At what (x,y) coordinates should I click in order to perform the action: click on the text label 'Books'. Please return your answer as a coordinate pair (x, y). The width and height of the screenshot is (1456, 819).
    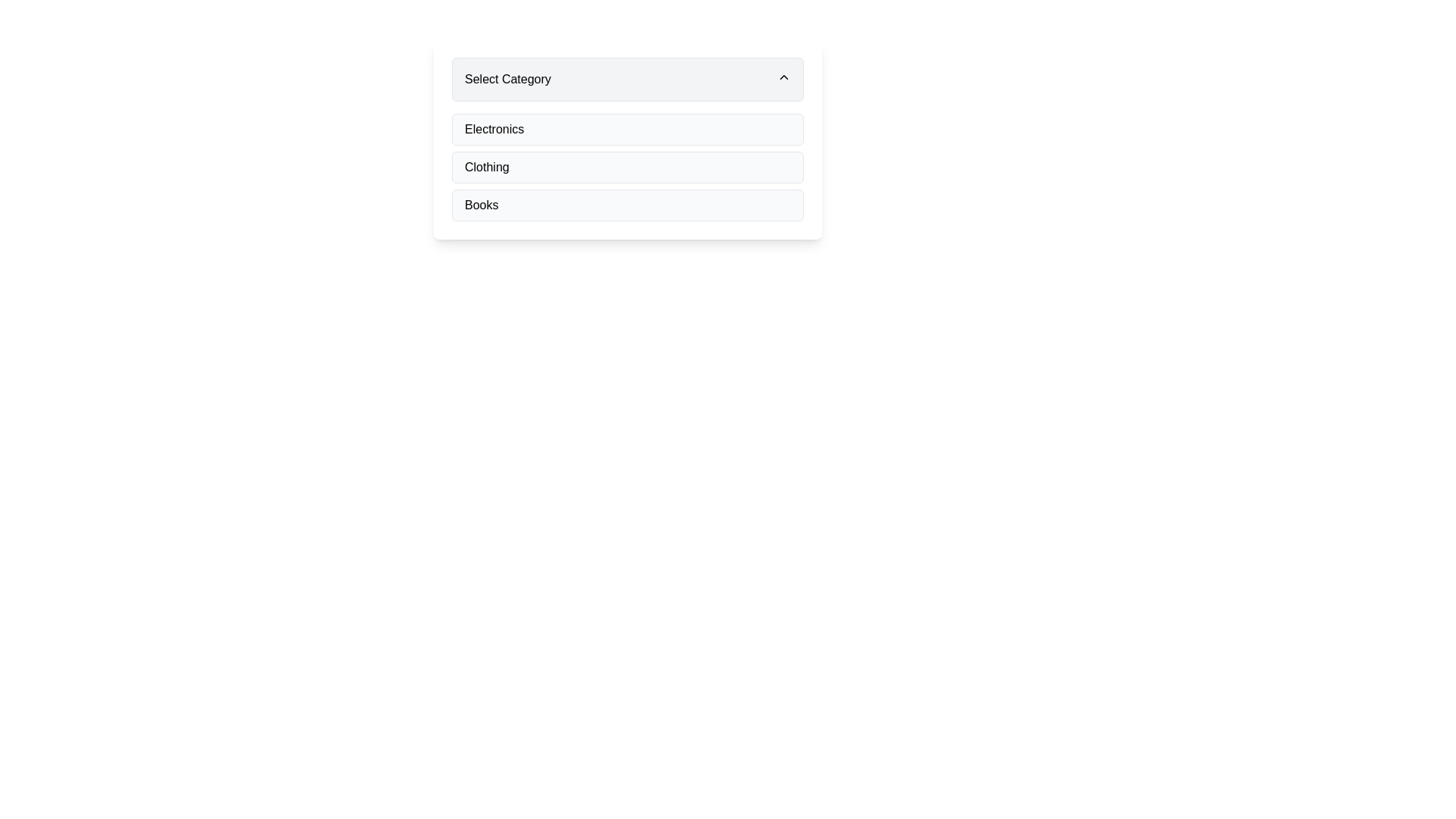
    Looking at the image, I should click on (481, 205).